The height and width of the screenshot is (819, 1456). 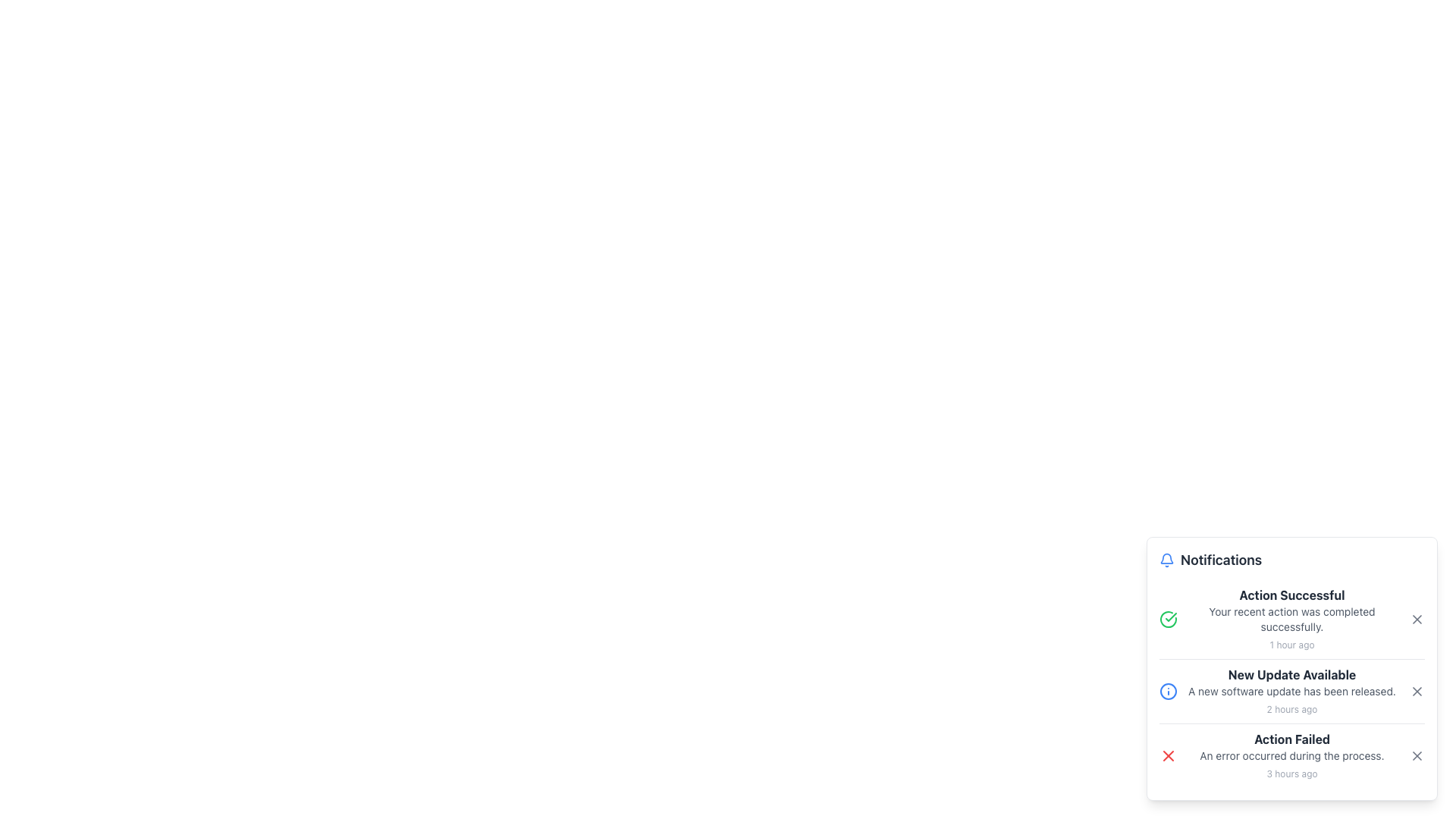 I want to click on the Close button located in the top-right corner of the 'Action Successful' notification card, so click(x=1416, y=620).